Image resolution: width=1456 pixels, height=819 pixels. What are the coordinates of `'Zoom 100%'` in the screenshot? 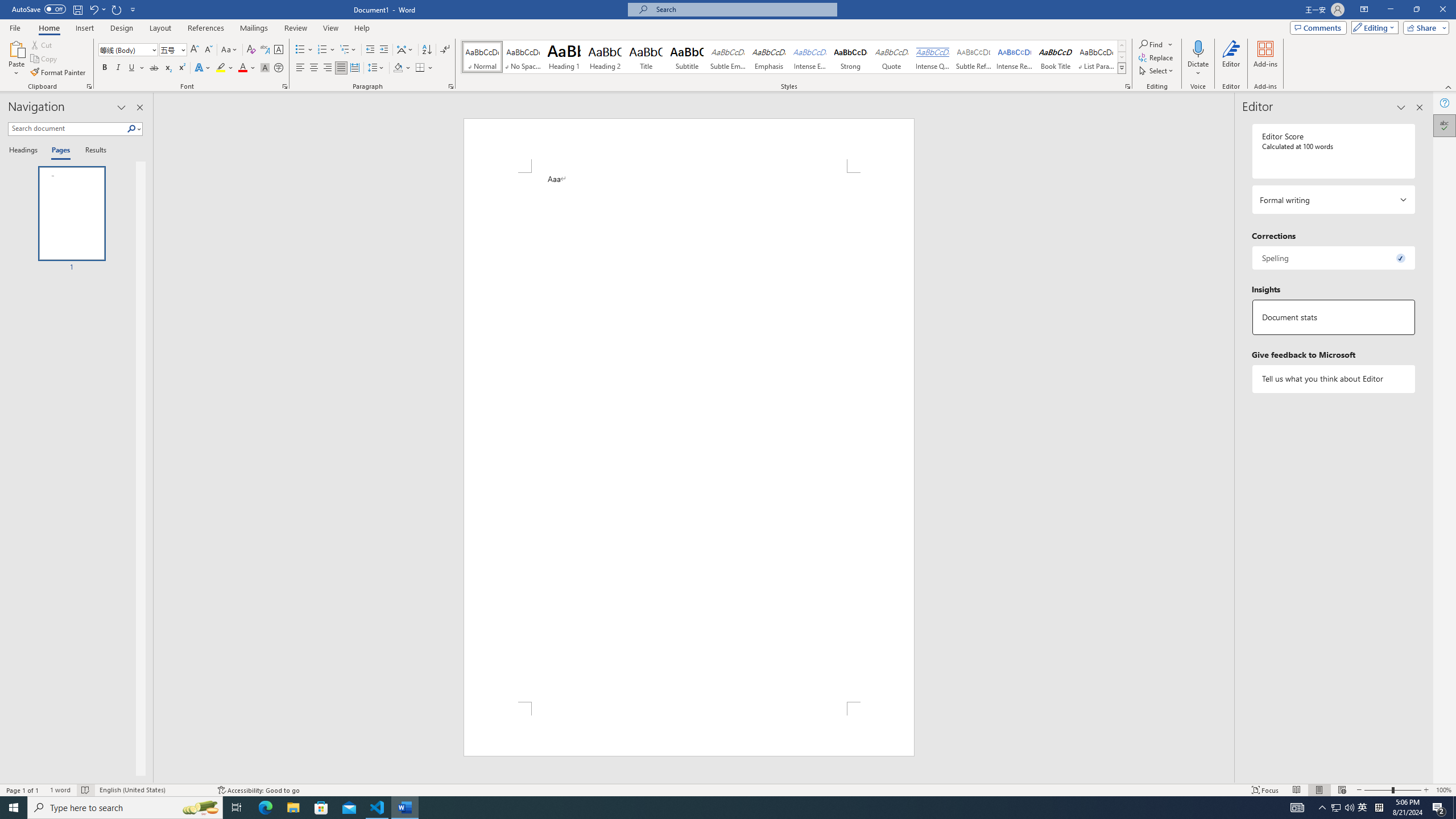 It's located at (1443, 790).